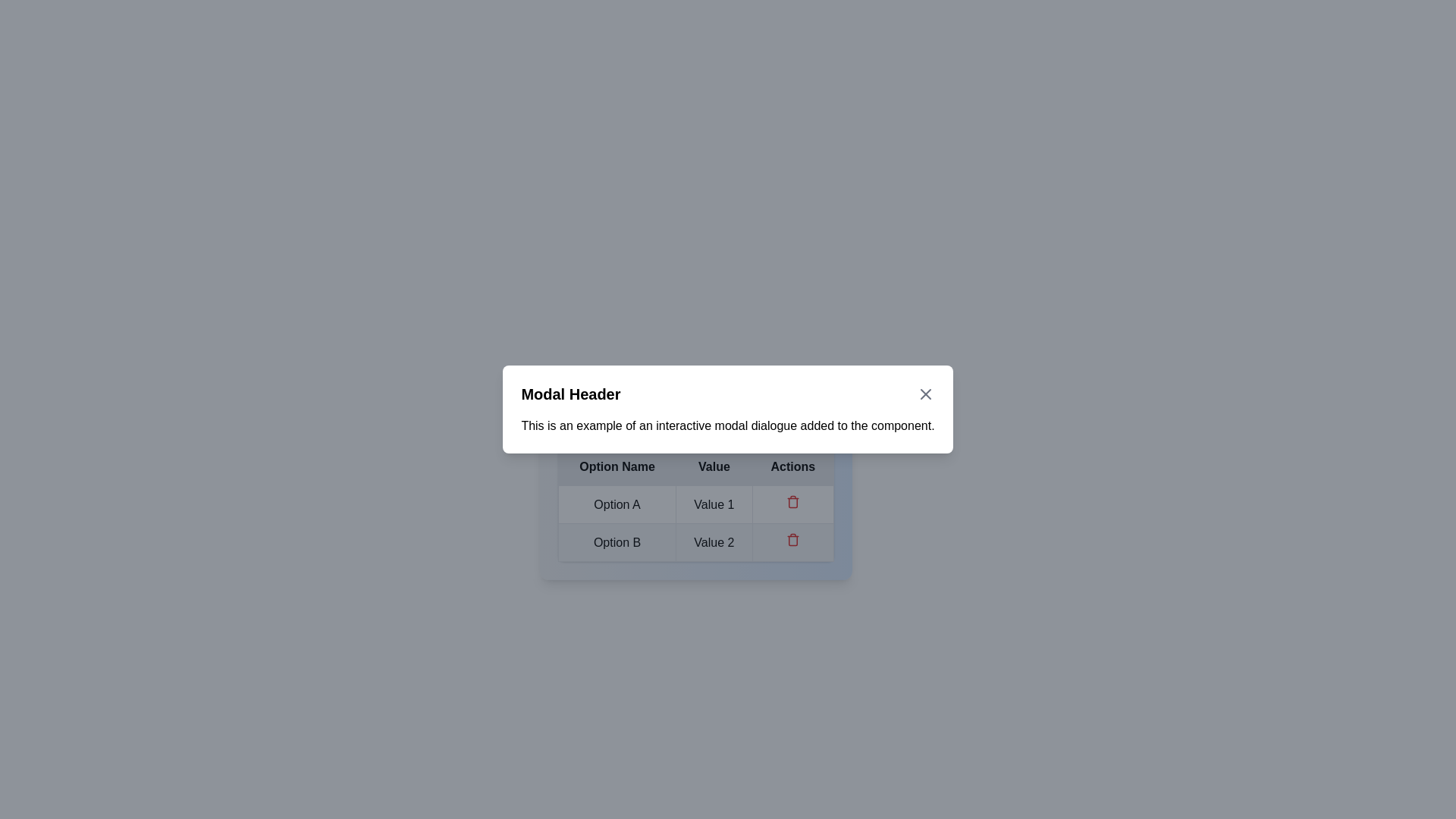  I want to click on the close Button (icon-button) located in the top-right corner of the modal header to observe a color change, so click(924, 394).